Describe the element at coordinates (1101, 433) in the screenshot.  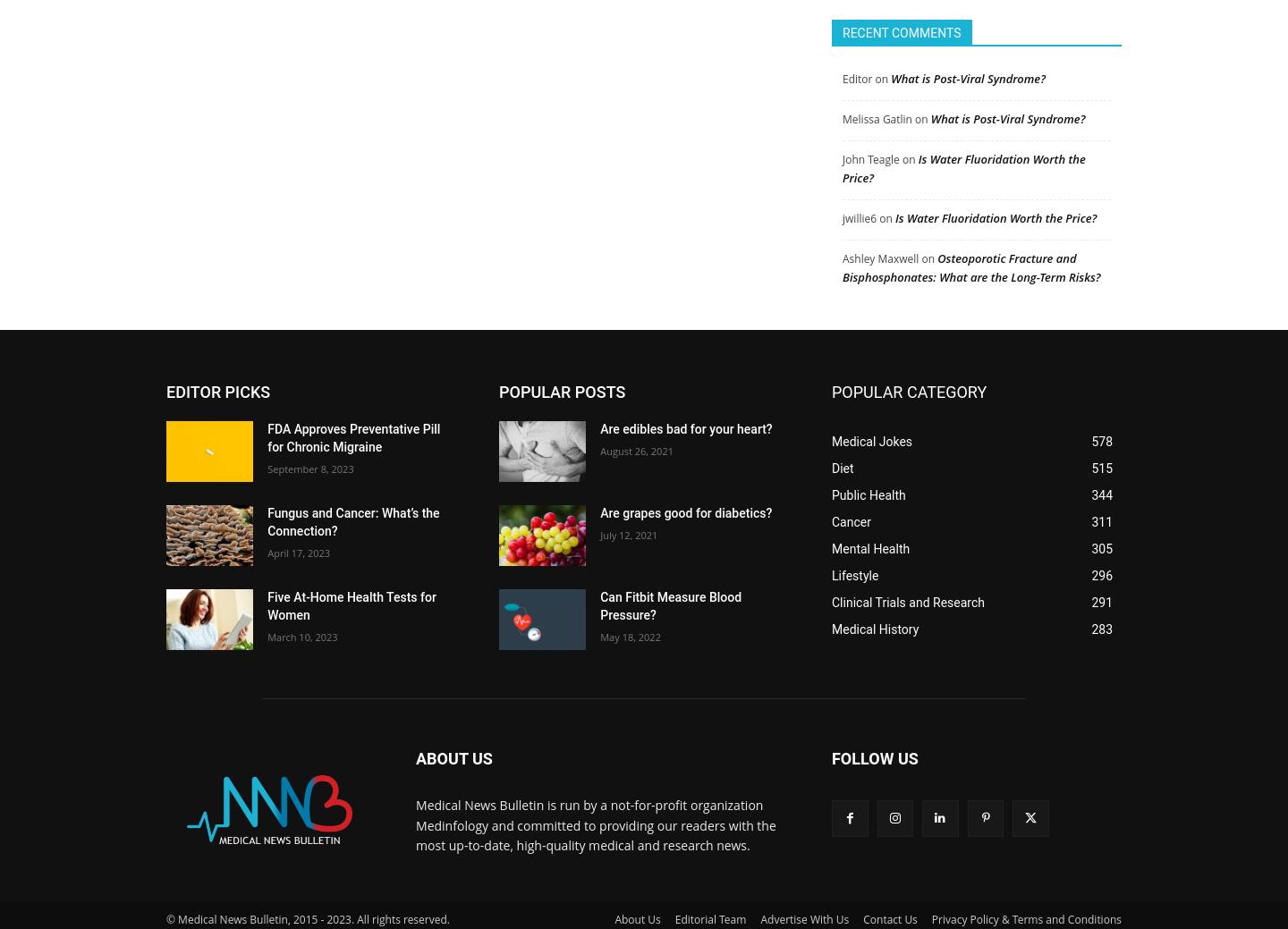
I see `'578'` at that location.